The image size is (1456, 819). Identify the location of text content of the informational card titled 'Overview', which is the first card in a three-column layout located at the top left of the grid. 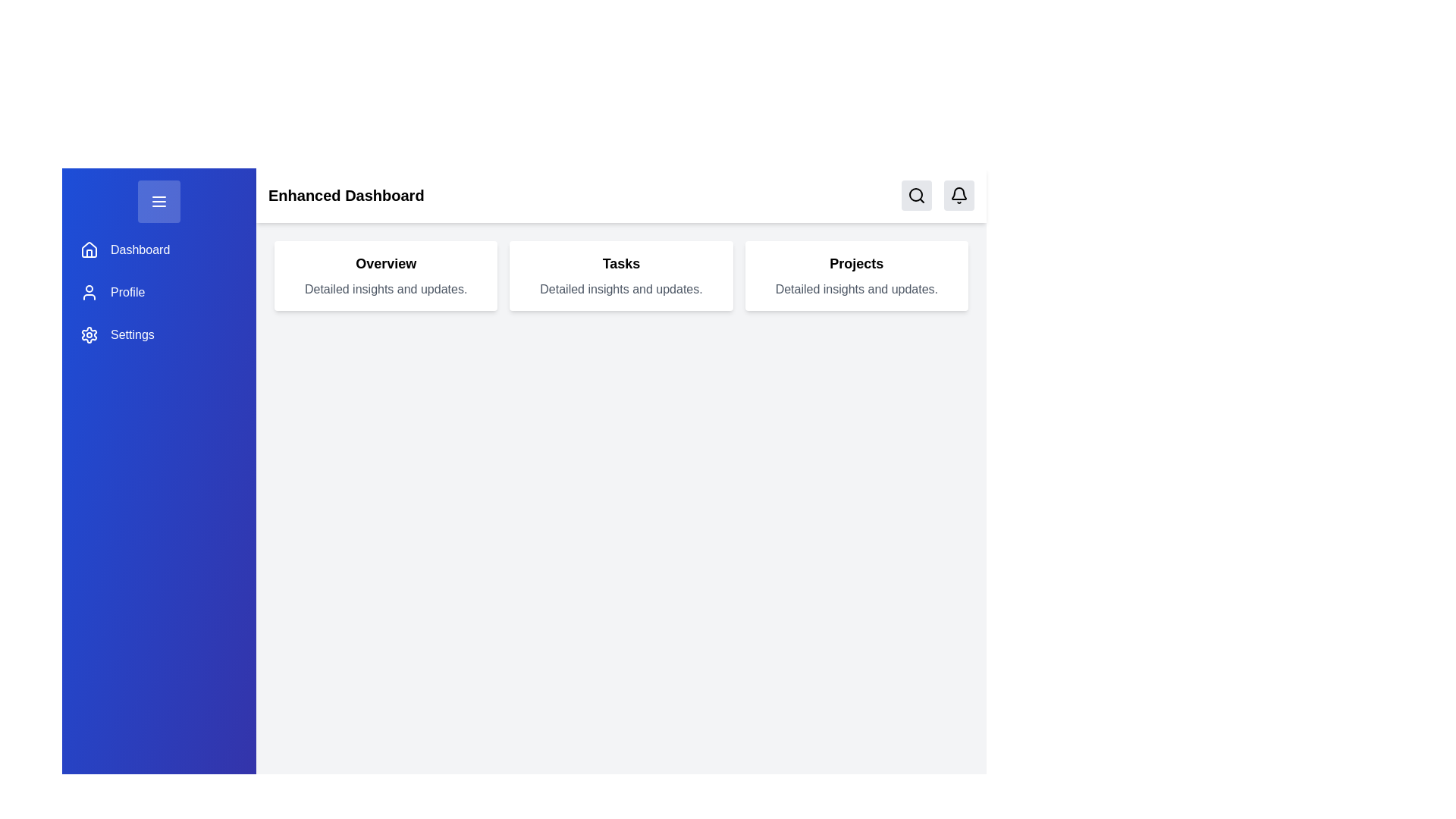
(386, 275).